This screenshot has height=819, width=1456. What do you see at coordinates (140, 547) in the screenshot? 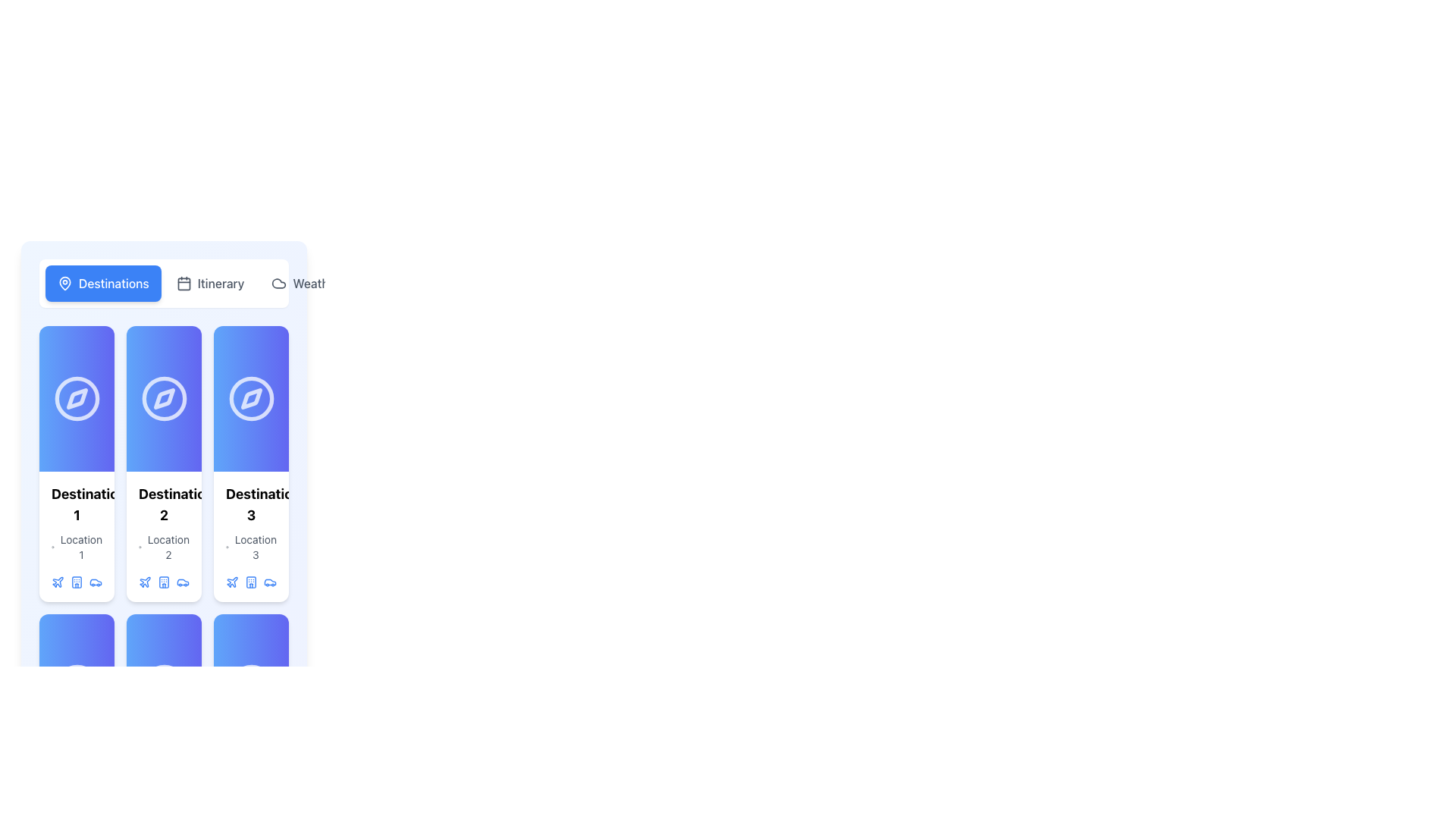
I see `the pin icon representing 'Location 2'` at bounding box center [140, 547].